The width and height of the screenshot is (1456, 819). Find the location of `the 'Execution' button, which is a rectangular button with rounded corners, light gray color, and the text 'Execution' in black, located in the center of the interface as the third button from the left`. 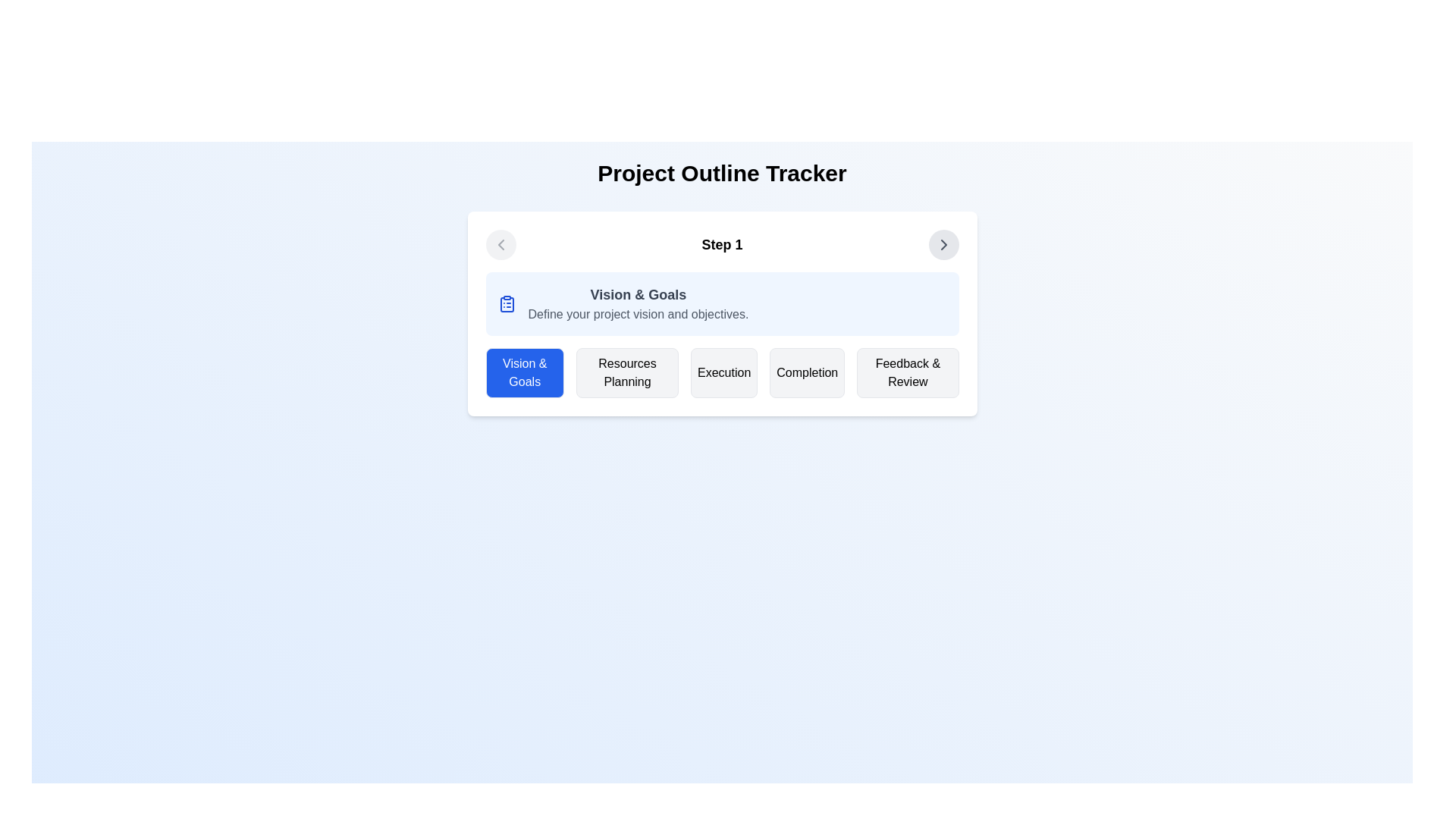

the 'Execution' button, which is a rectangular button with rounded corners, light gray color, and the text 'Execution' in black, located in the center of the interface as the third button from the left is located at coordinates (723, 373).